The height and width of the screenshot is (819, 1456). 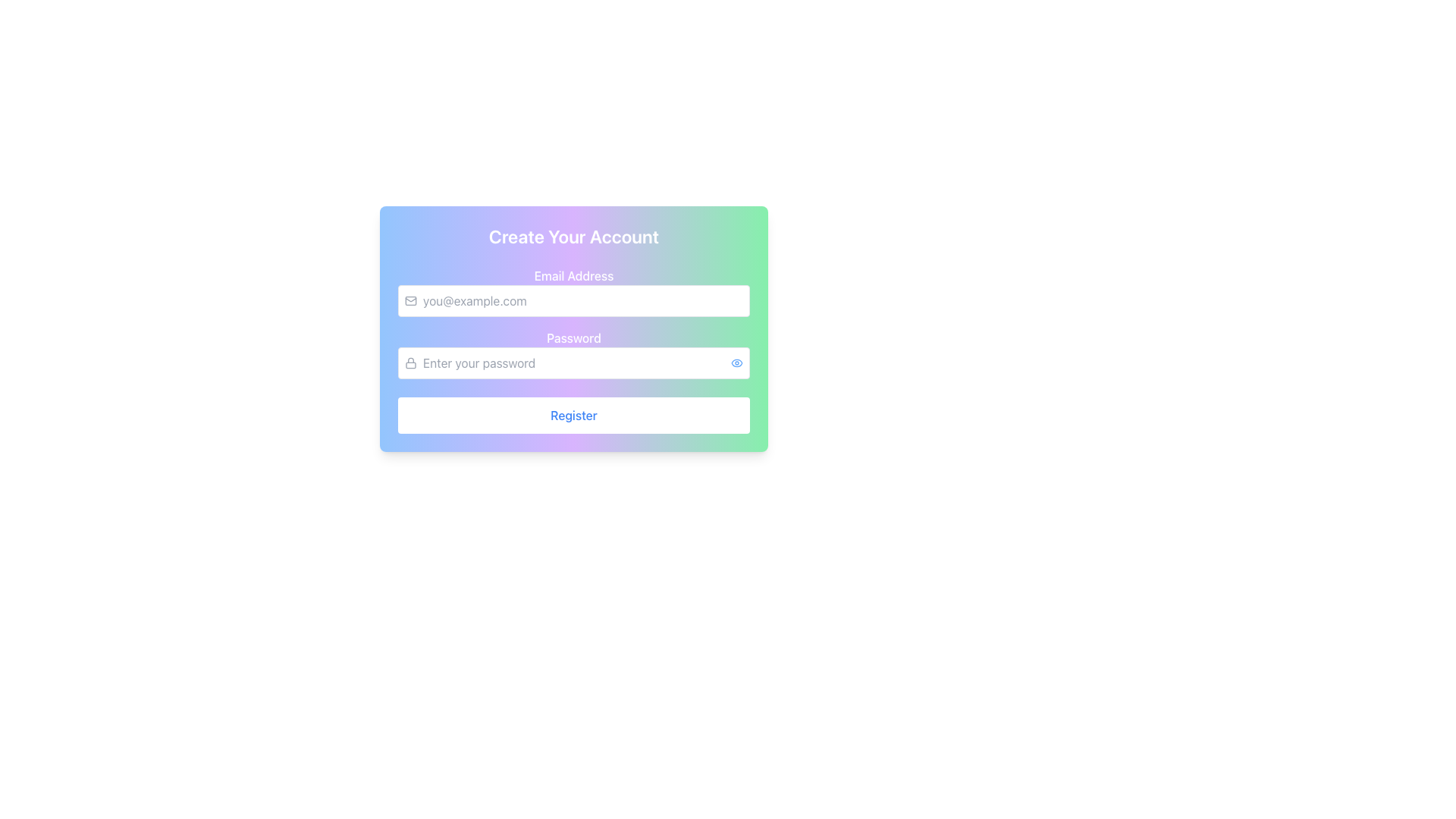 What do you see at coordinates (573, 337) in the screenshot?
I see `the 'Password' text label which is styled in white font and positioned above the password input field in the login form` at bounding box center [573, 337].